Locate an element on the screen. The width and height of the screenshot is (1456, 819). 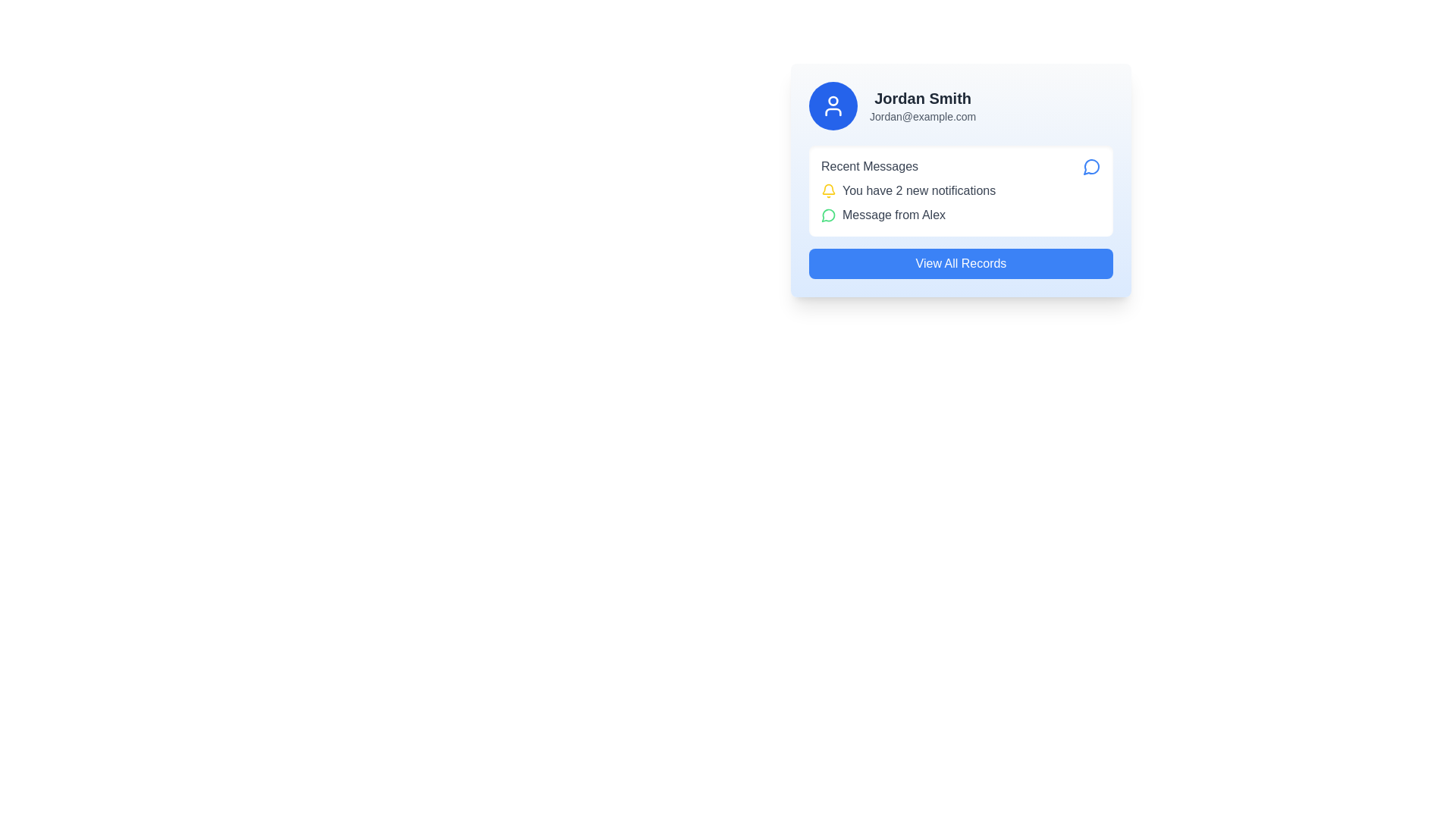
the textual label that says 'Message from Alex' is located at coordinates (960, 215).